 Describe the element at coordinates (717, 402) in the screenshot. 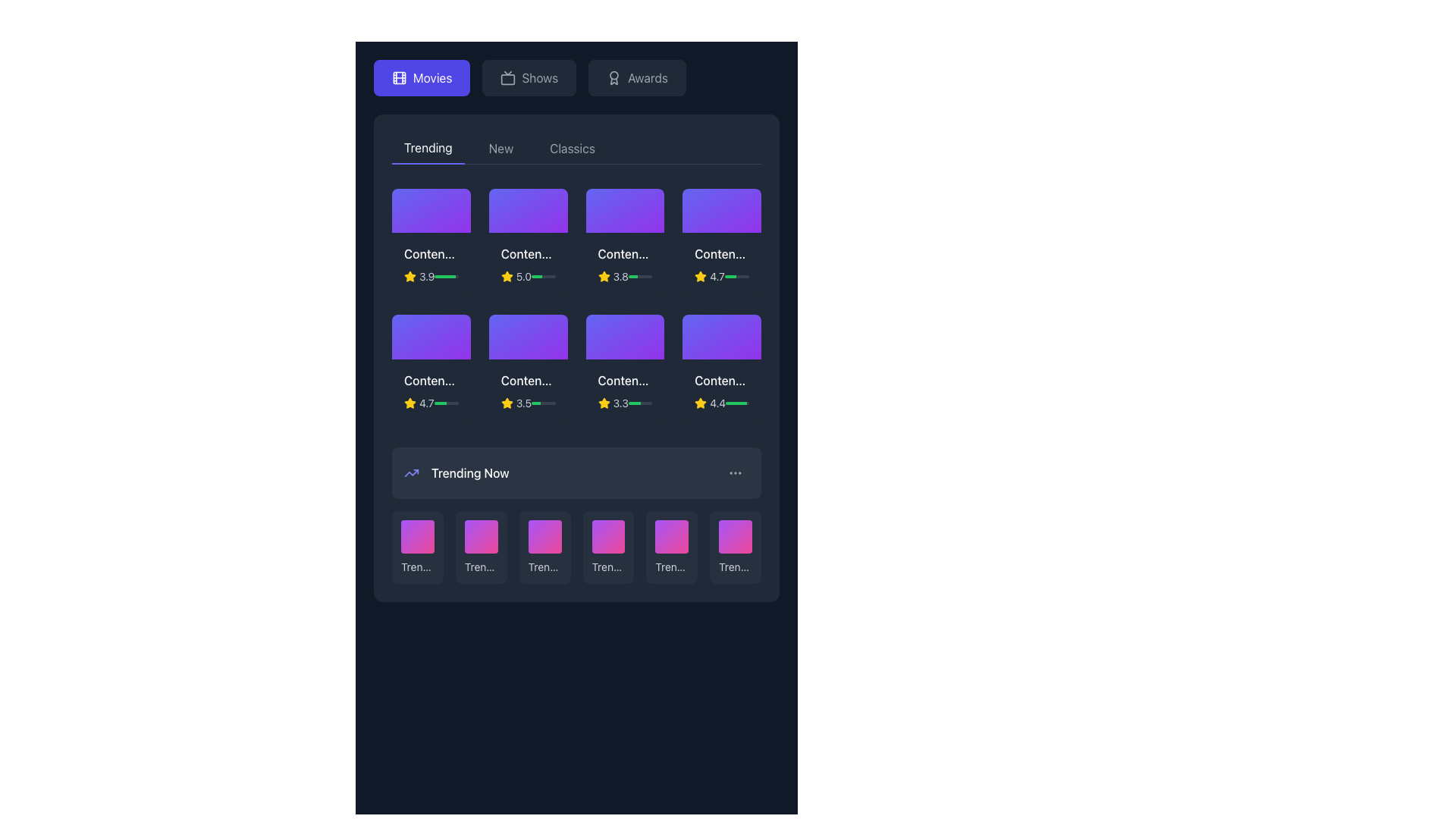

I see `the static text label indicating the rating value located in the last card of the bottommost row in the 'Trending' section` at that location.